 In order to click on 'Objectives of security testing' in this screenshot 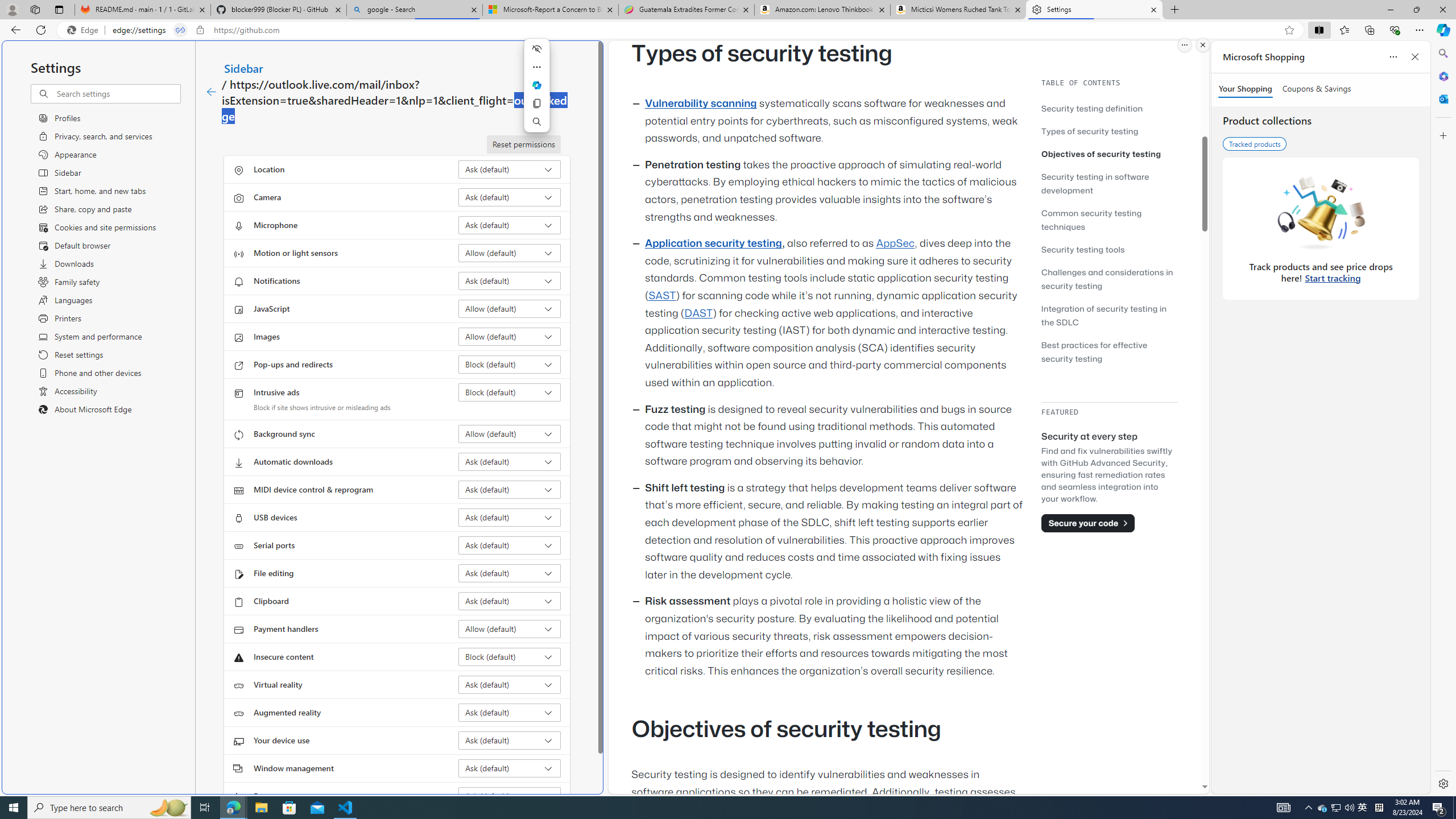, I will do `click(1108, 153)`.